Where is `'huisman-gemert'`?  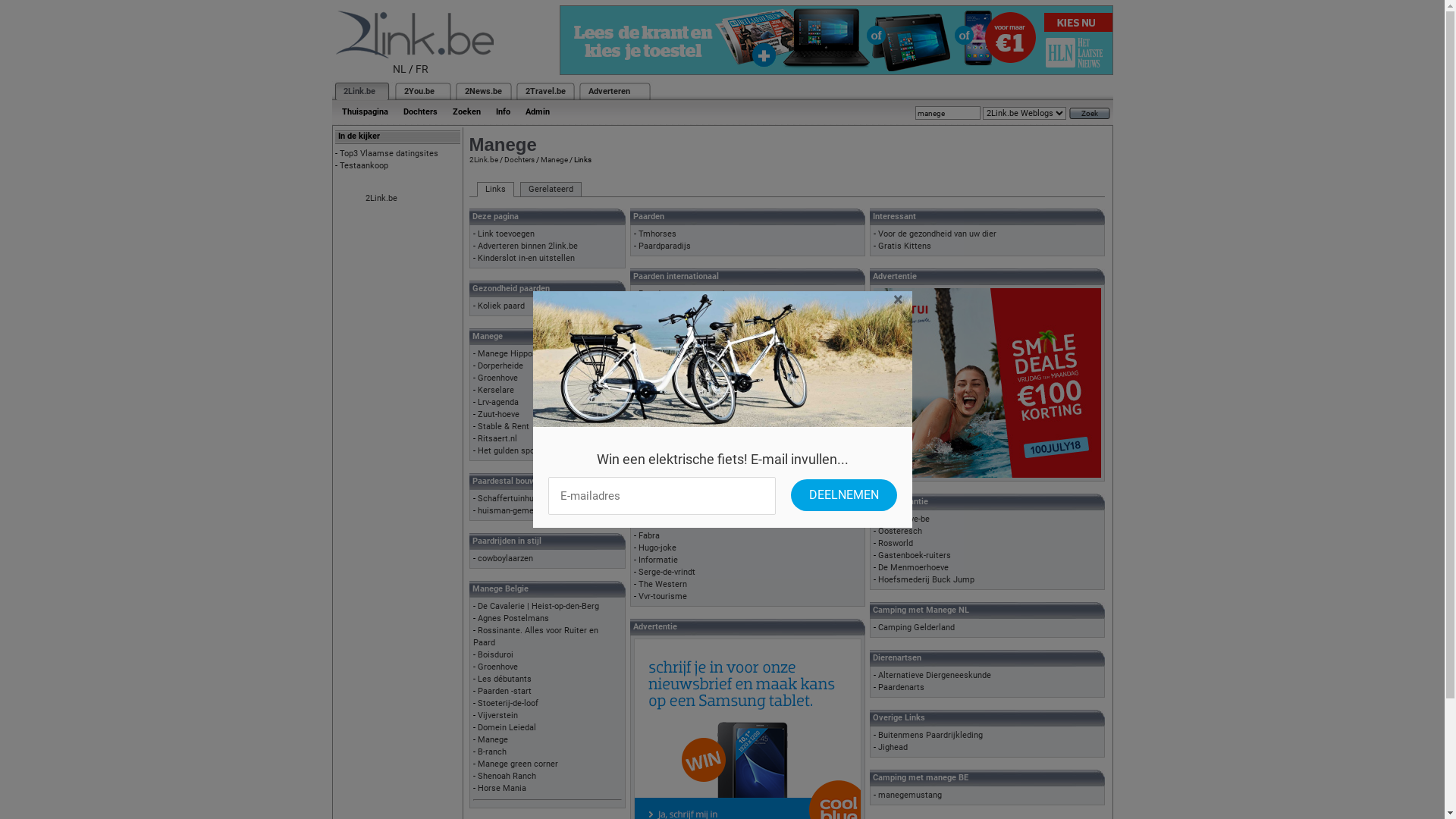 'huisman-gemert' is located at coordinates (509, 510).